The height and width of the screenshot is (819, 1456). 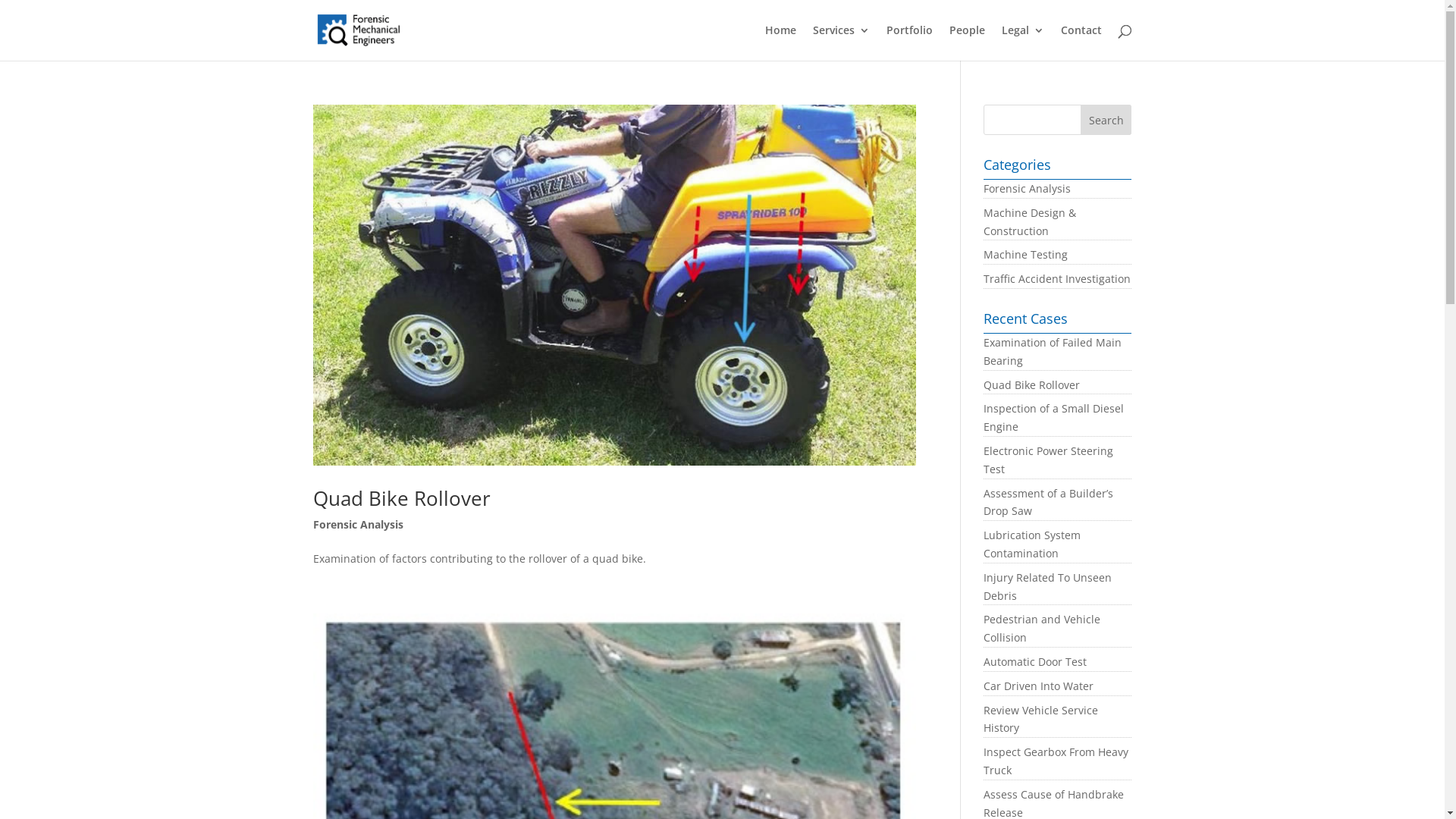 What do you see at coordinates (1053, 417) in the screenshot?
I see `'Inspection of a Small Diesel Engine'` at bounding box center [1053, 417].